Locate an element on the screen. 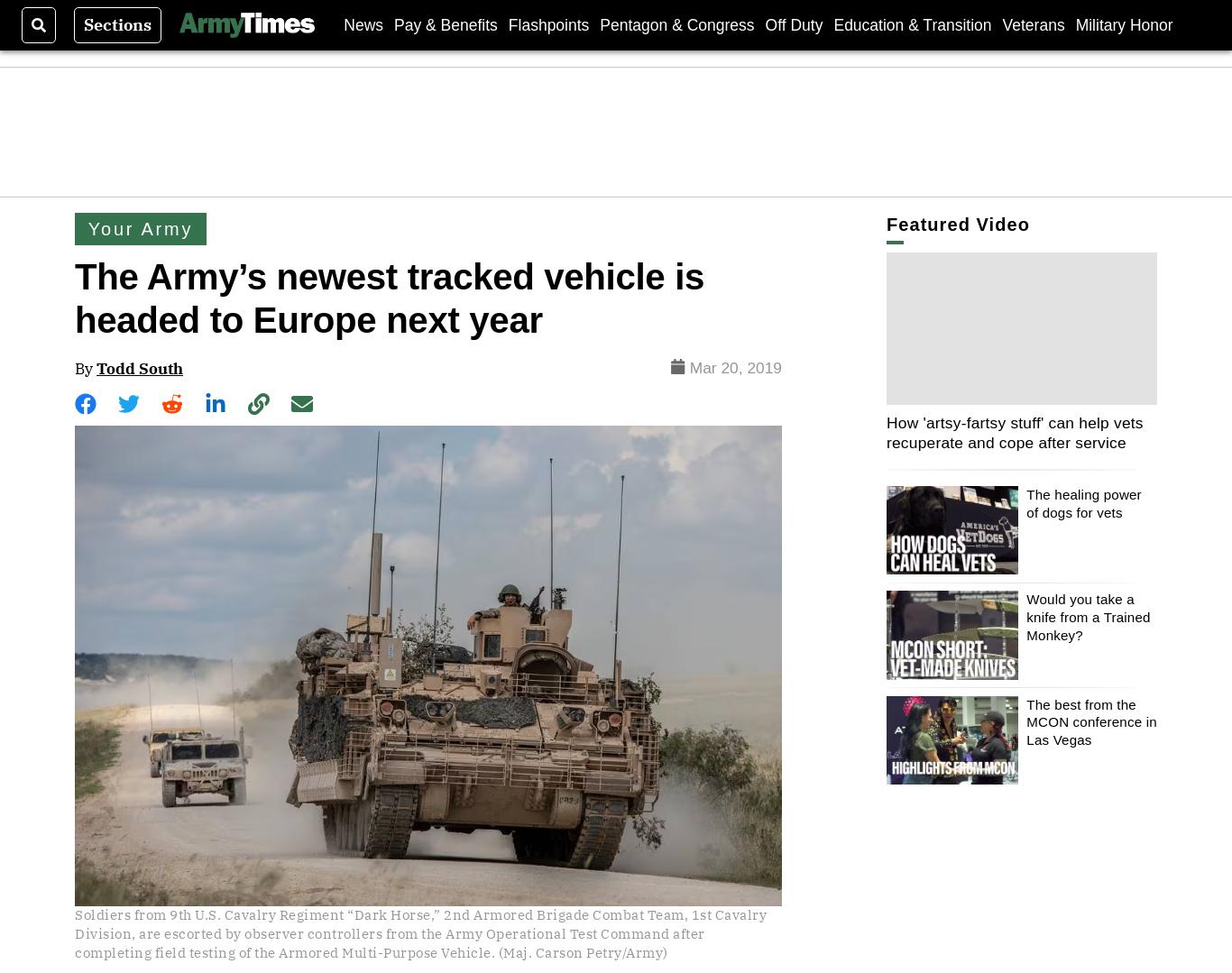 This screenshot has height=973, width=1232. 'Veterans' is located at coordinates (1033, 24).